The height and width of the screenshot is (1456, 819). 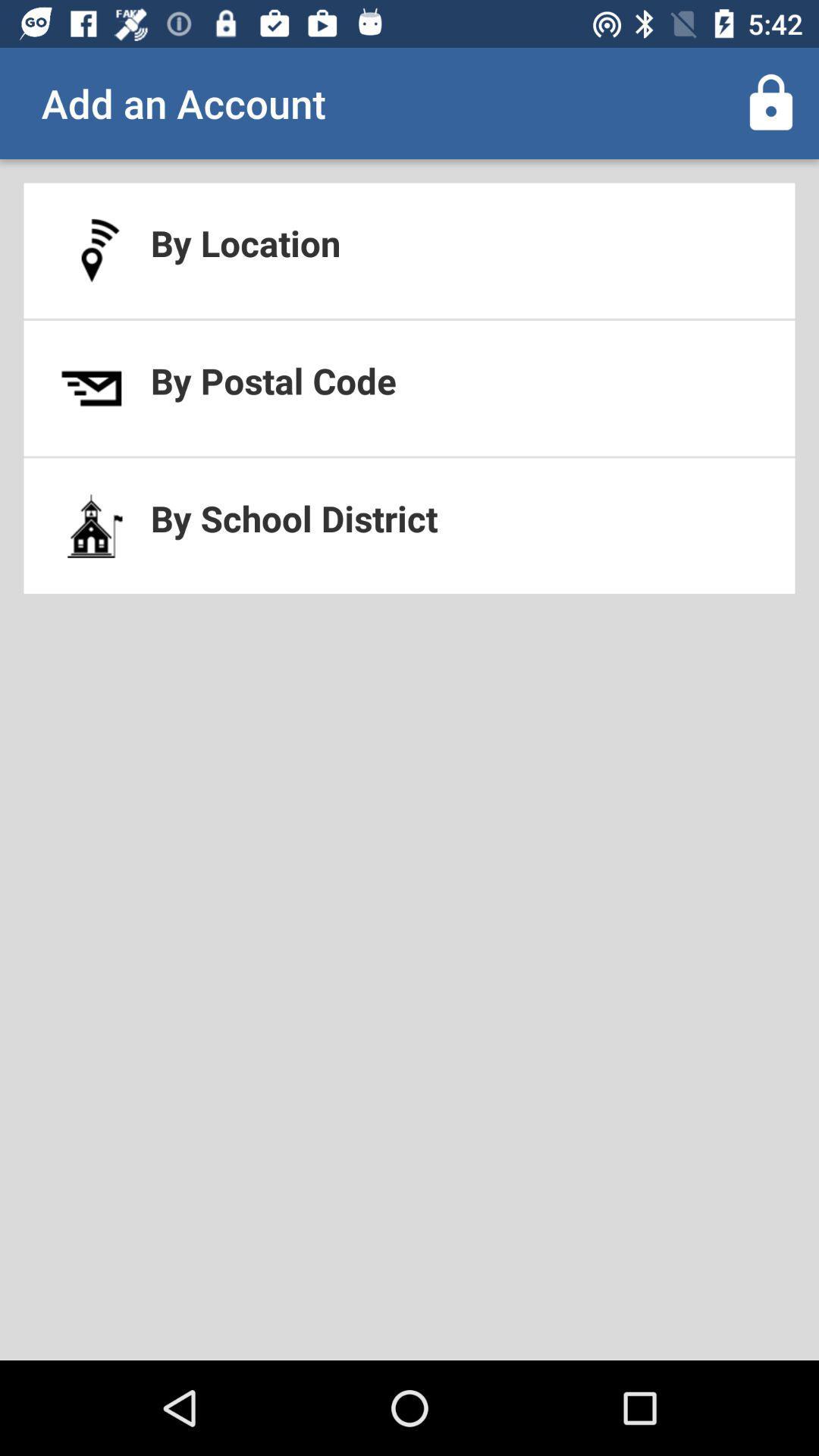 What do you see at coordinates (771, 102) in the screenshot?
I see `icon next to the  add an account app` at bounding box center [771, 102].